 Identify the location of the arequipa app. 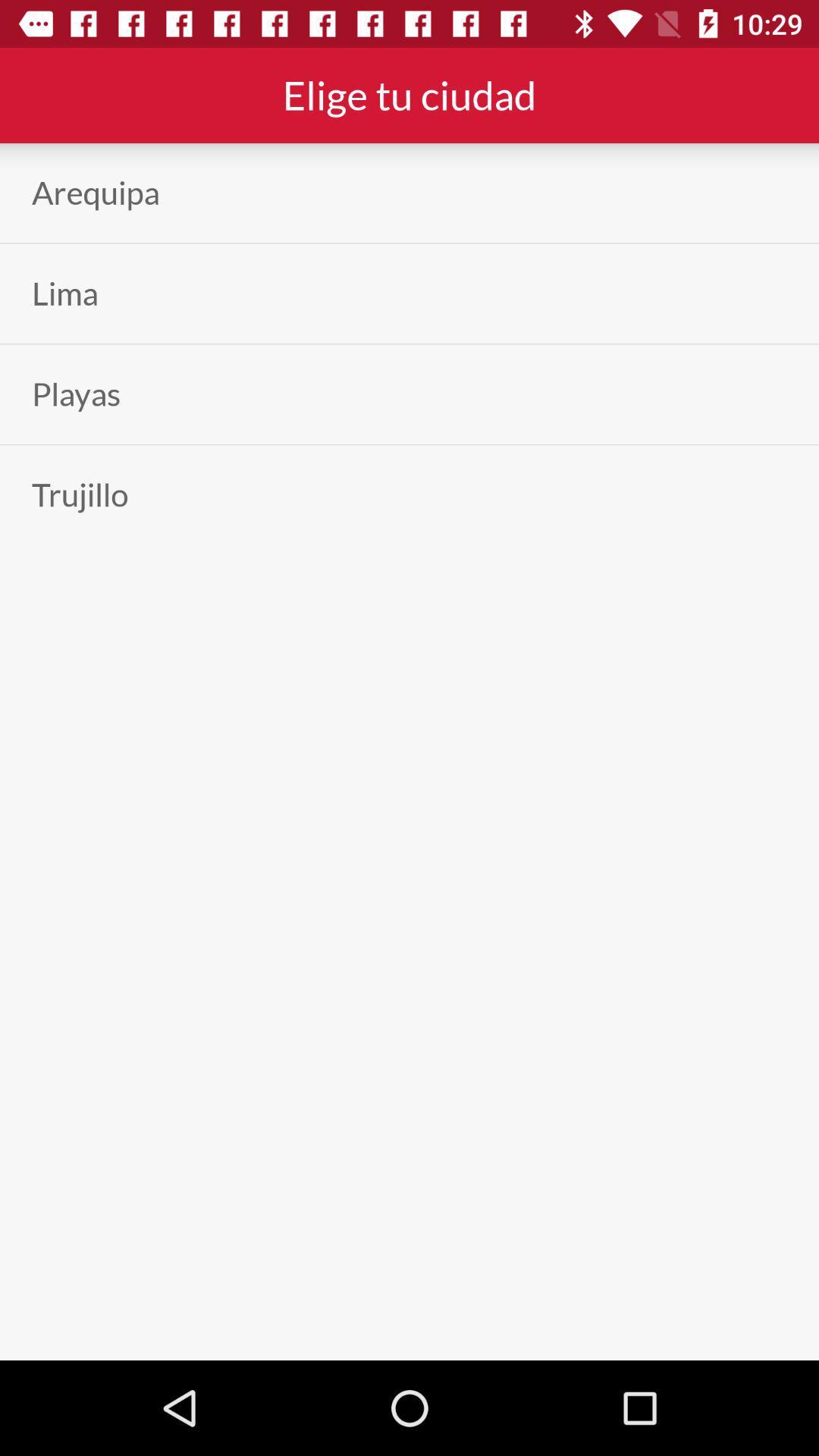
(96, 192).